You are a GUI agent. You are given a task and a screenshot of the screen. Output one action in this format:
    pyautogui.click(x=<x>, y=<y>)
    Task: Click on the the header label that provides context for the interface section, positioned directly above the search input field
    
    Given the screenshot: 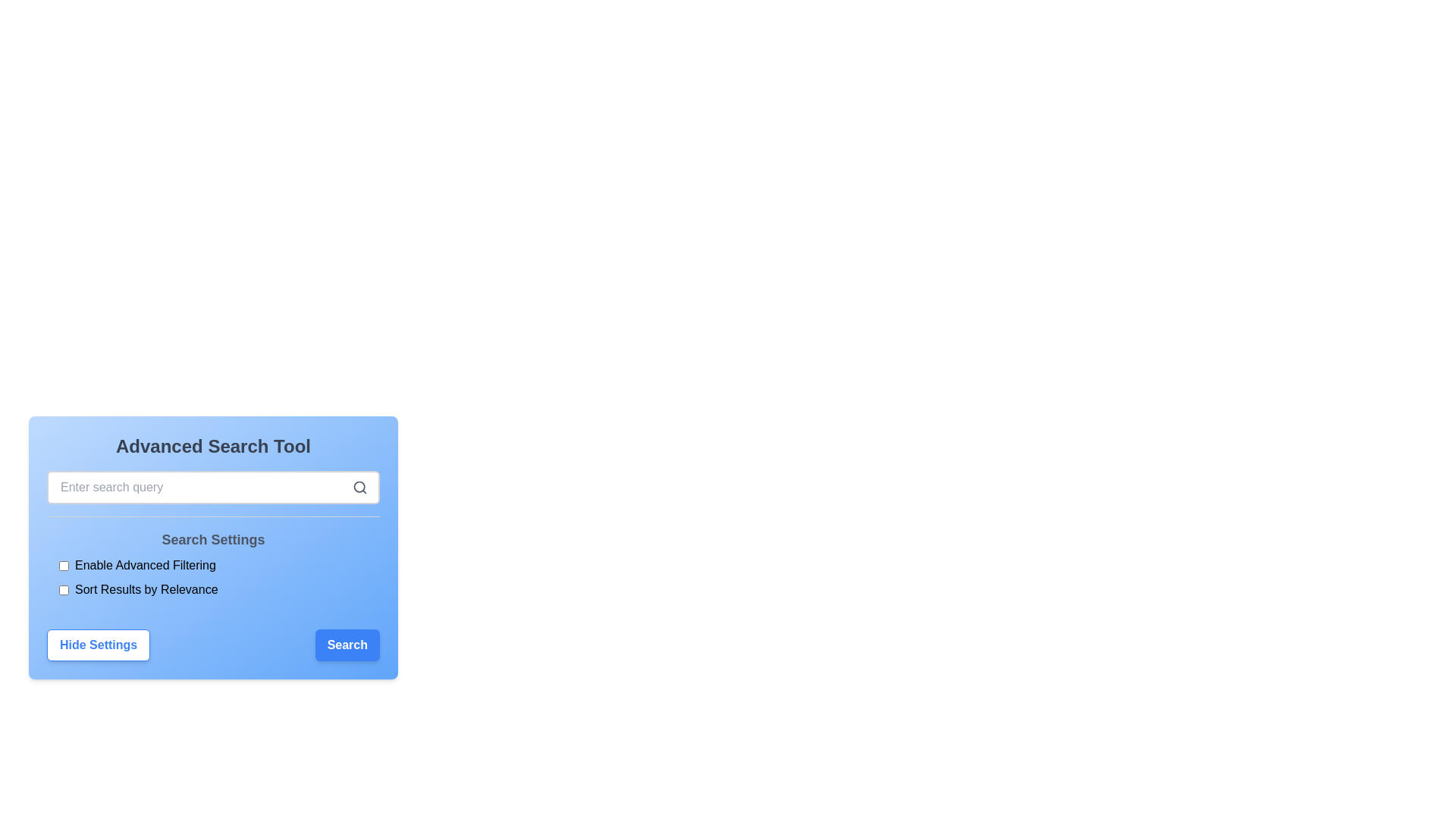 What is the action you would take?
    pyautogui.click(x=212, y=446)
    